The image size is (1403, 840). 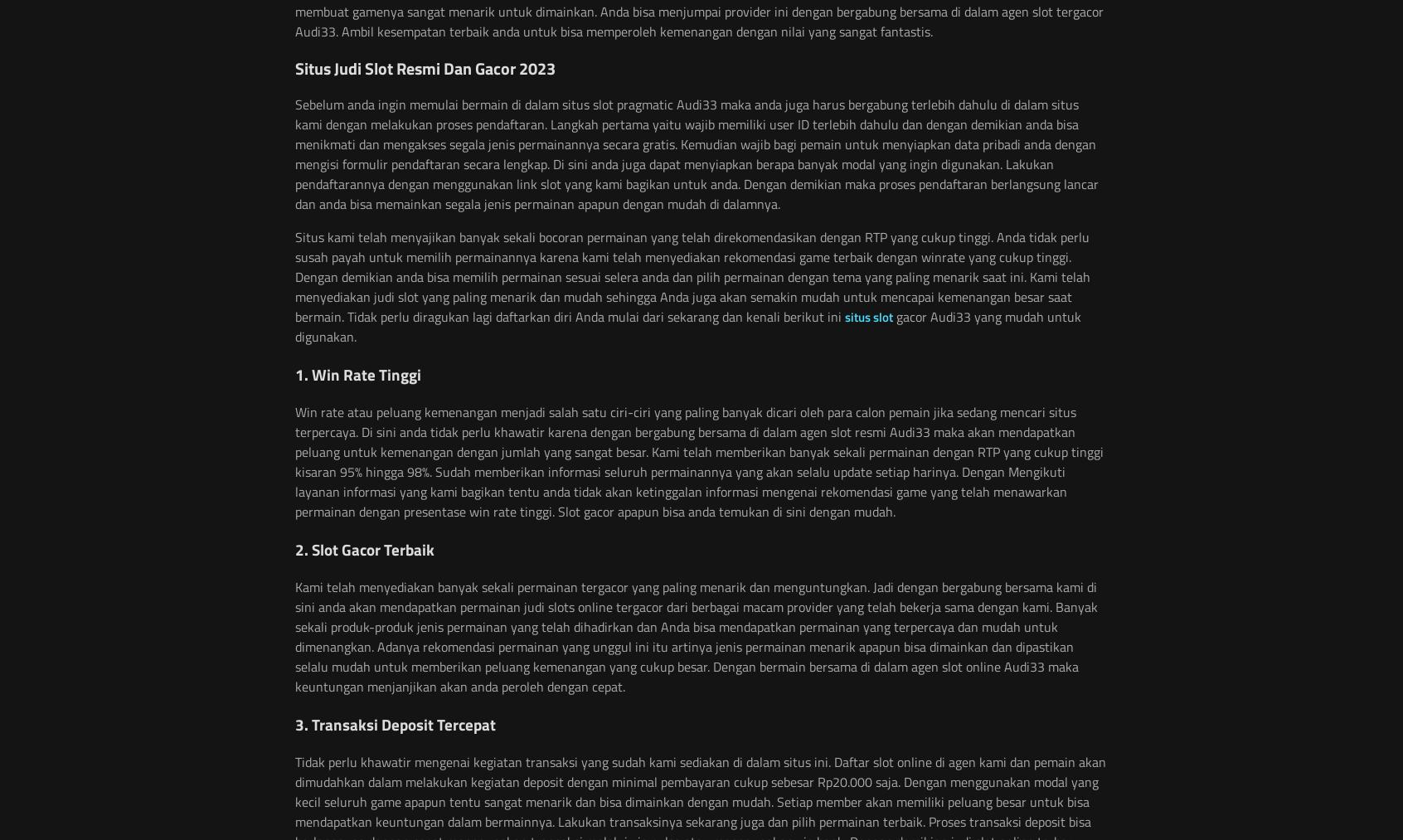 I want to click on 'Situs Judi Slot Resmi Dan Gacor 2023', so click(x=425, y=66).